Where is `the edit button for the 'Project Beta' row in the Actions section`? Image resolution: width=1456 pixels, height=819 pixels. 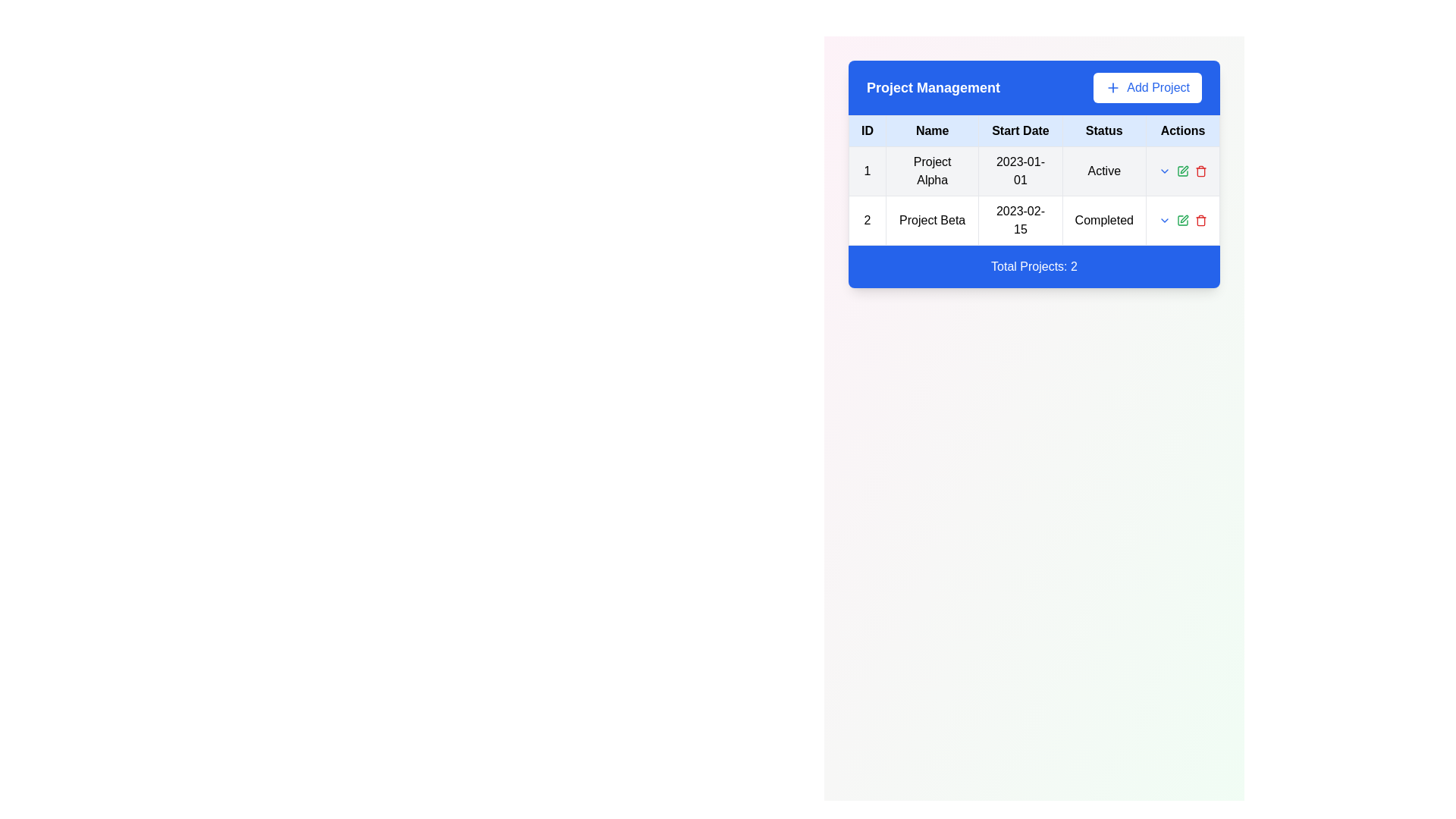 the edit button for the 'Project Beta' row in the Actions section is located at coordinates (1182, 220).